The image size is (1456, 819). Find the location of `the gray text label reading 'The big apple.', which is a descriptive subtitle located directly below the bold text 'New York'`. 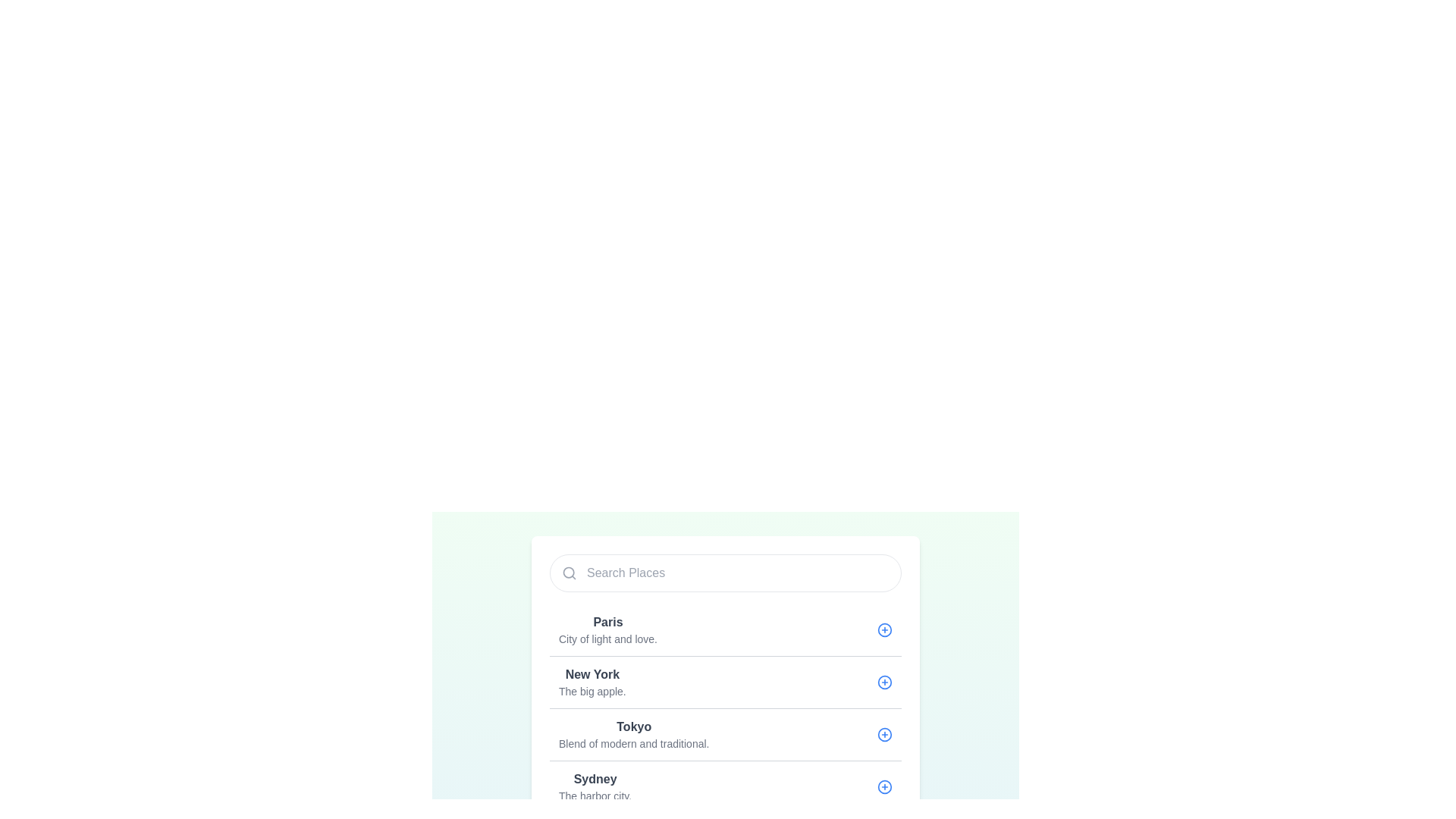

the gray text label reading 'The big apple.', which is a descriptive subtitle located directly below the bold text 'New York' is located at coordinates (591, 691).